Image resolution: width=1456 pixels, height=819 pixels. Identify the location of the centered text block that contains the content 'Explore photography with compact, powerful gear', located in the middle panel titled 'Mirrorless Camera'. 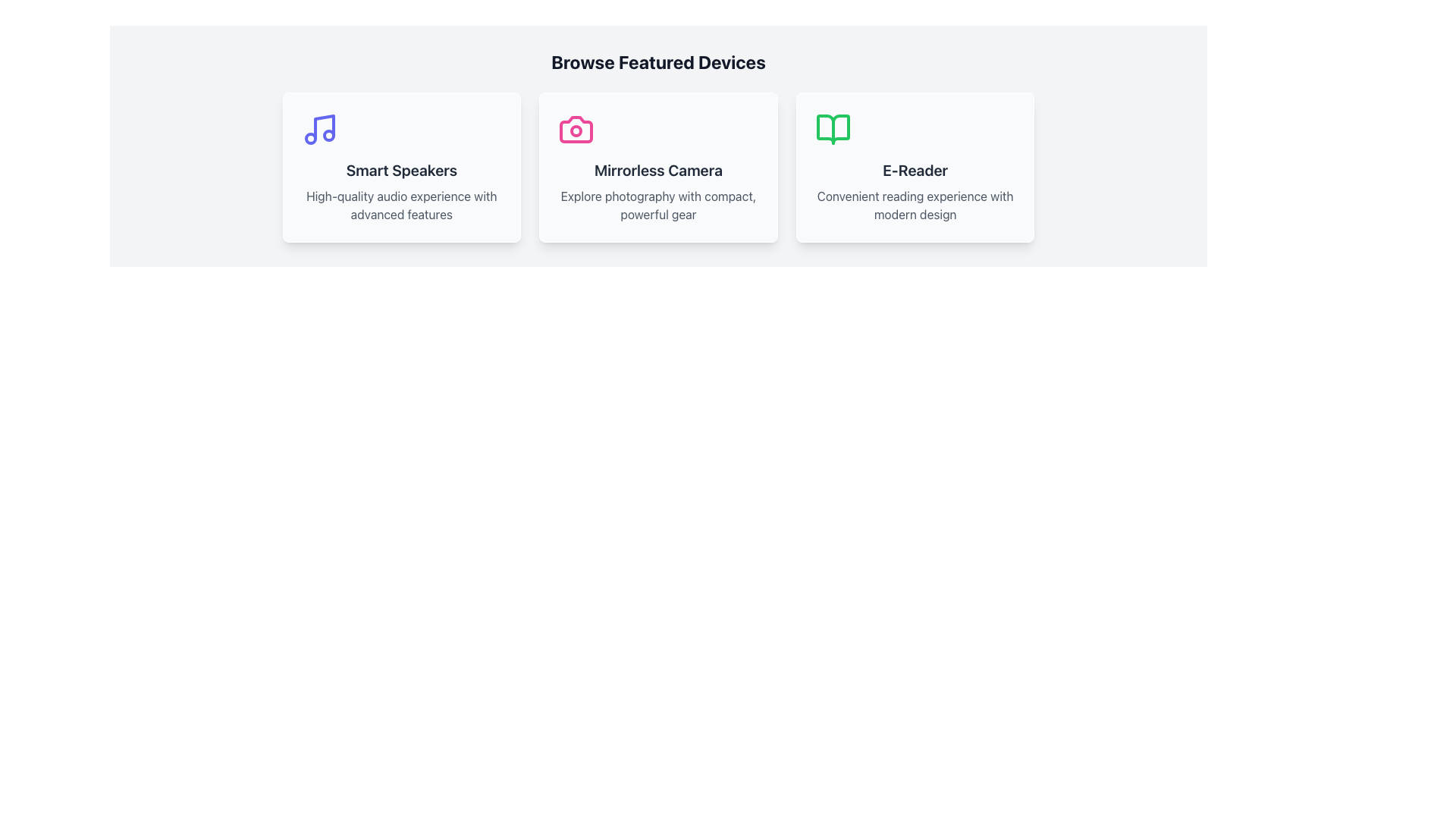
(658, 205).